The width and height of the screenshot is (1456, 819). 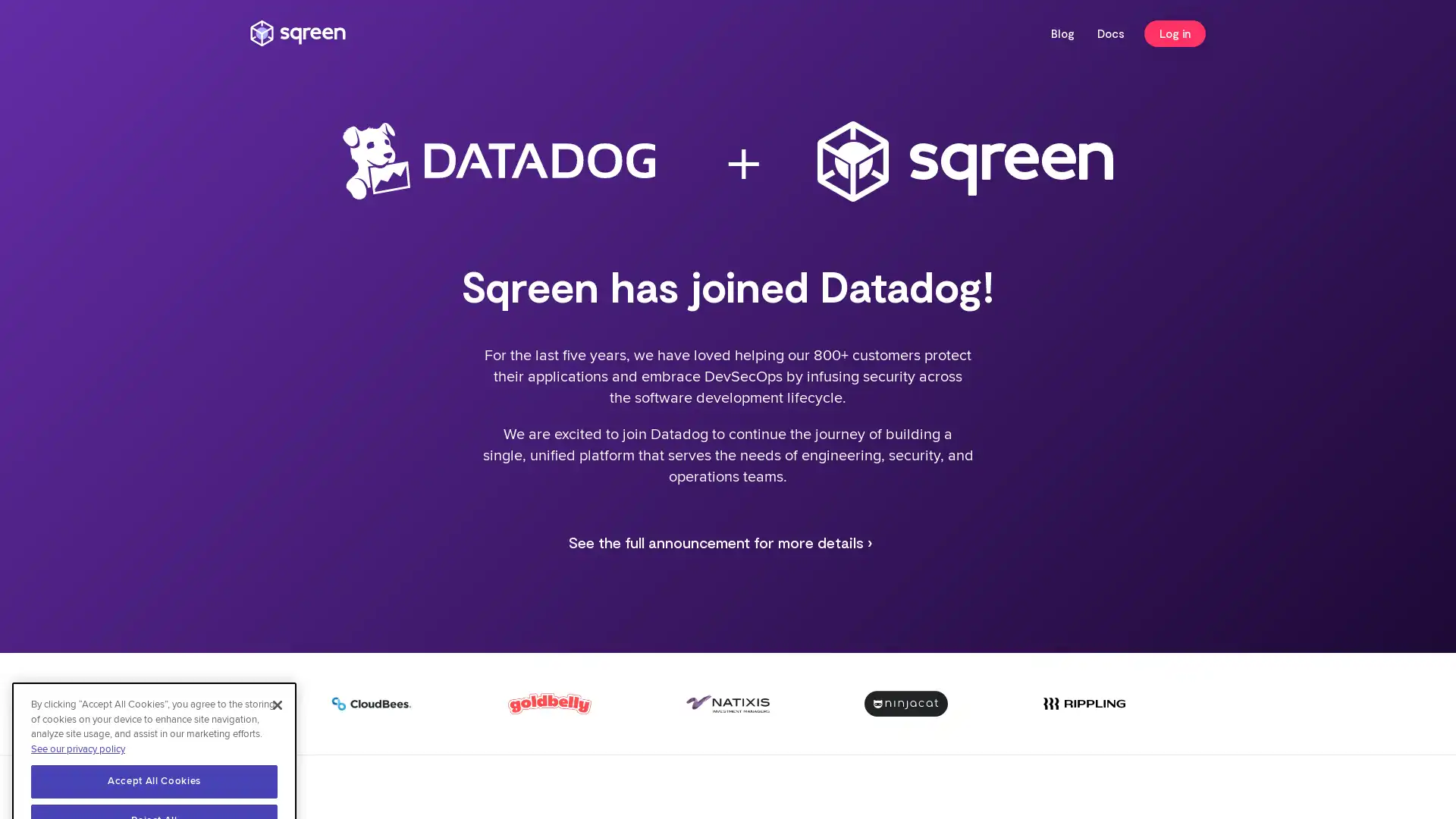 What do you see at coordinates (154, 762) in the screenshot?
I see `Reject All` at bounding box center [154, 762].